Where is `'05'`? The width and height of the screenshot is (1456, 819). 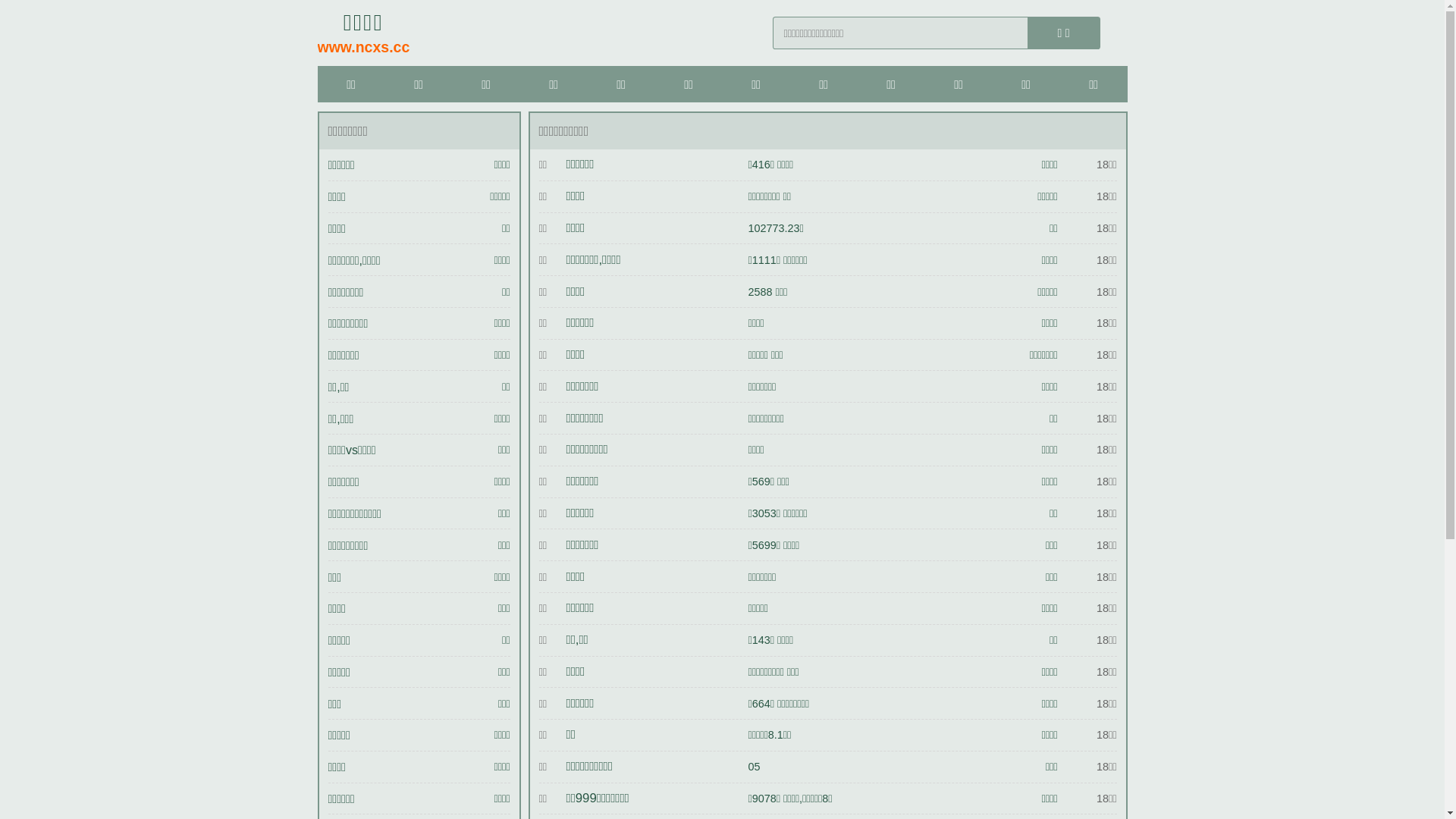
'05' is located at coordinates (753, 766).